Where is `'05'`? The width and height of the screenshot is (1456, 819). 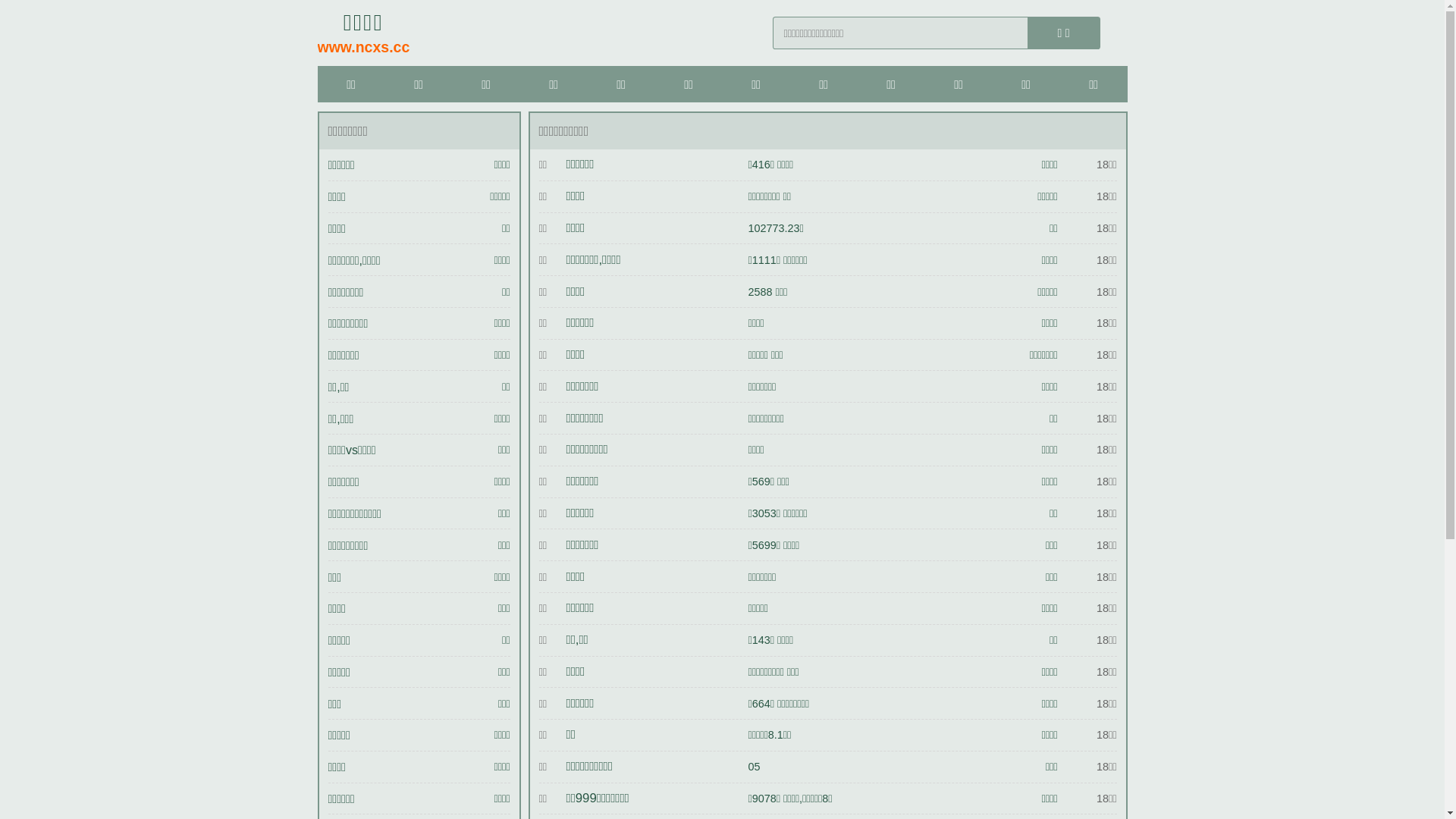
'05' is located at coordinates (753, 766).